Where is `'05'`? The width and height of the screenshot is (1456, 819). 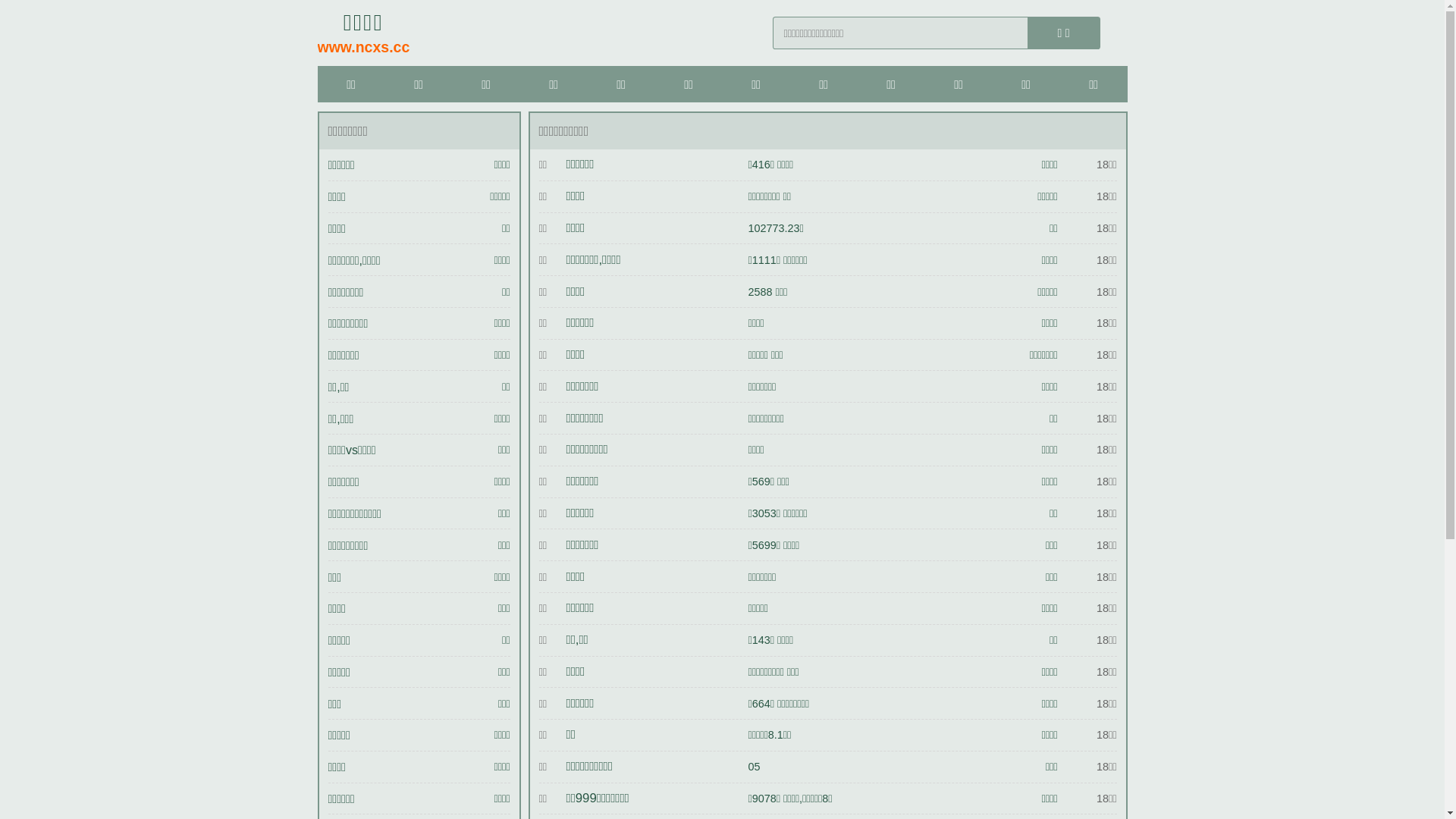
'05' is located at coordinates (753, 766).